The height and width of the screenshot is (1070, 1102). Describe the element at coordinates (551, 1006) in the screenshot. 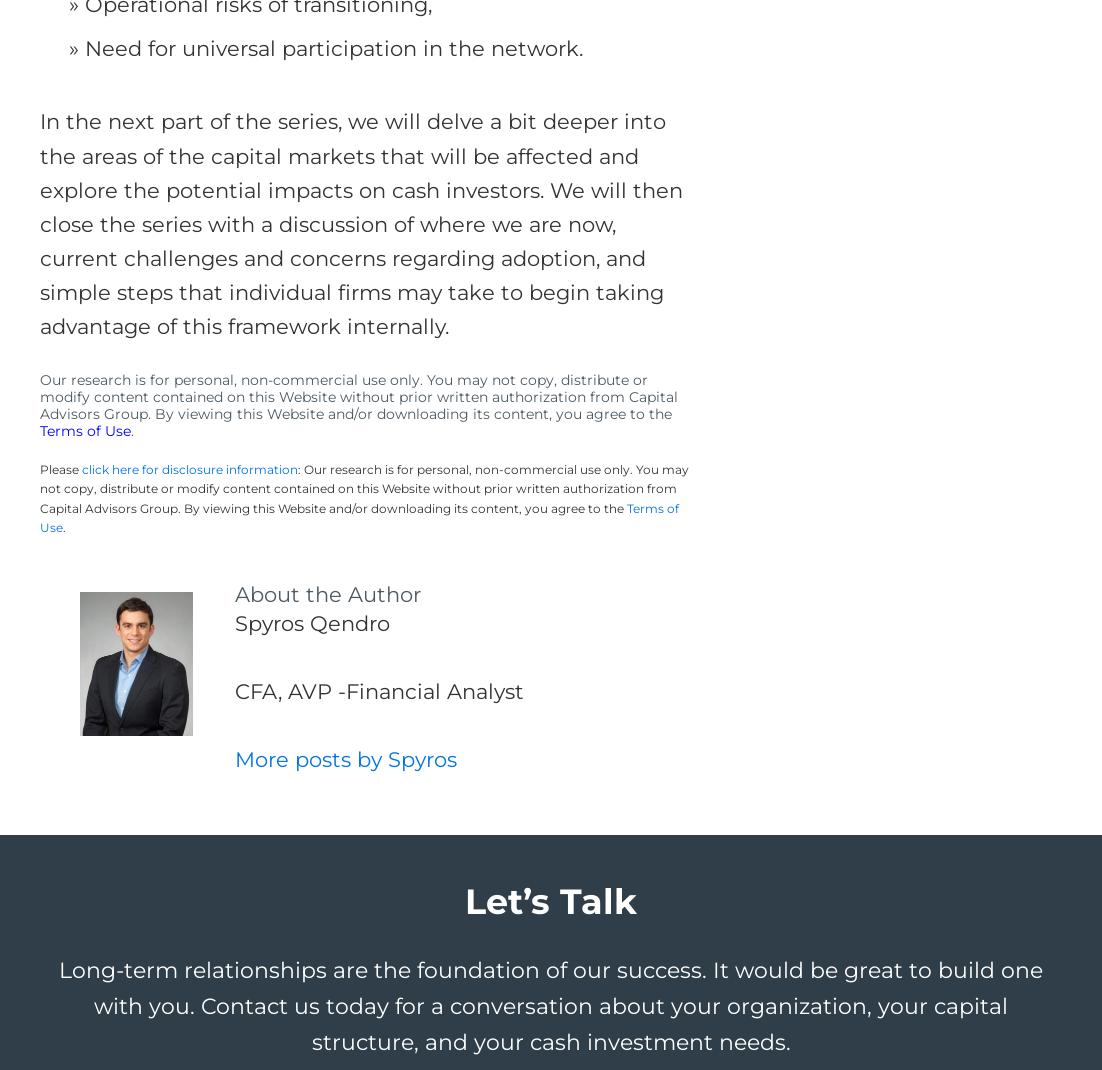

I see `'Long-term relationships are the foundation of our success. It would be great to build one with you. Contact us today for a conversation about your organization, your capital structure, and your cash investment needs.'` at that location.